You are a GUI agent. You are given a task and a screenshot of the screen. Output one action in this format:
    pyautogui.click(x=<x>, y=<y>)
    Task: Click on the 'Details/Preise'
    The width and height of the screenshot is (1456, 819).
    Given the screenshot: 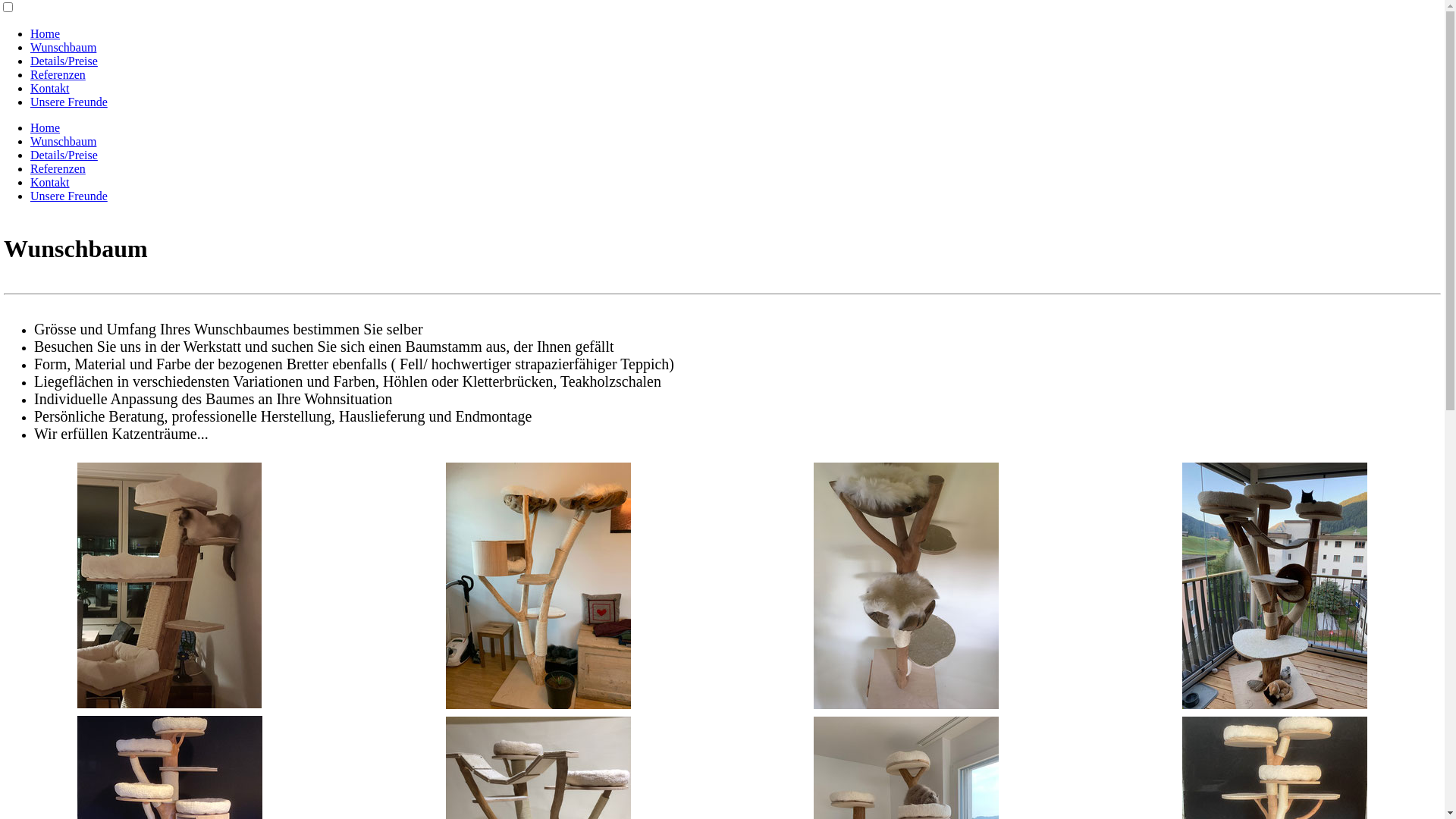 What is the action you would take?
    pyautogui.click(x=63, y=60)
    